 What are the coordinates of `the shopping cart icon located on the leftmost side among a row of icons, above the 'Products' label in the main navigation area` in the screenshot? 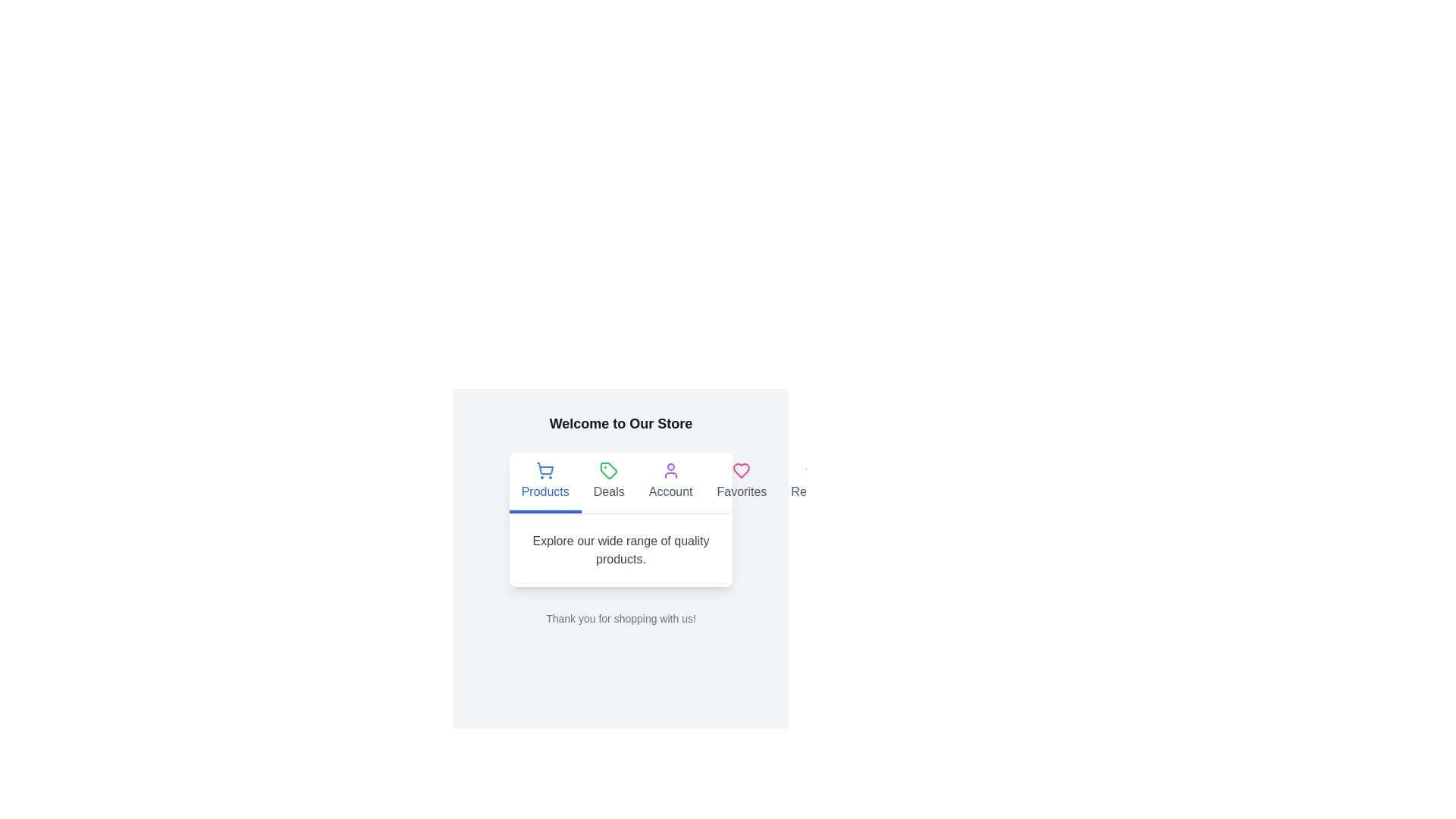 It's located at (545, 468).